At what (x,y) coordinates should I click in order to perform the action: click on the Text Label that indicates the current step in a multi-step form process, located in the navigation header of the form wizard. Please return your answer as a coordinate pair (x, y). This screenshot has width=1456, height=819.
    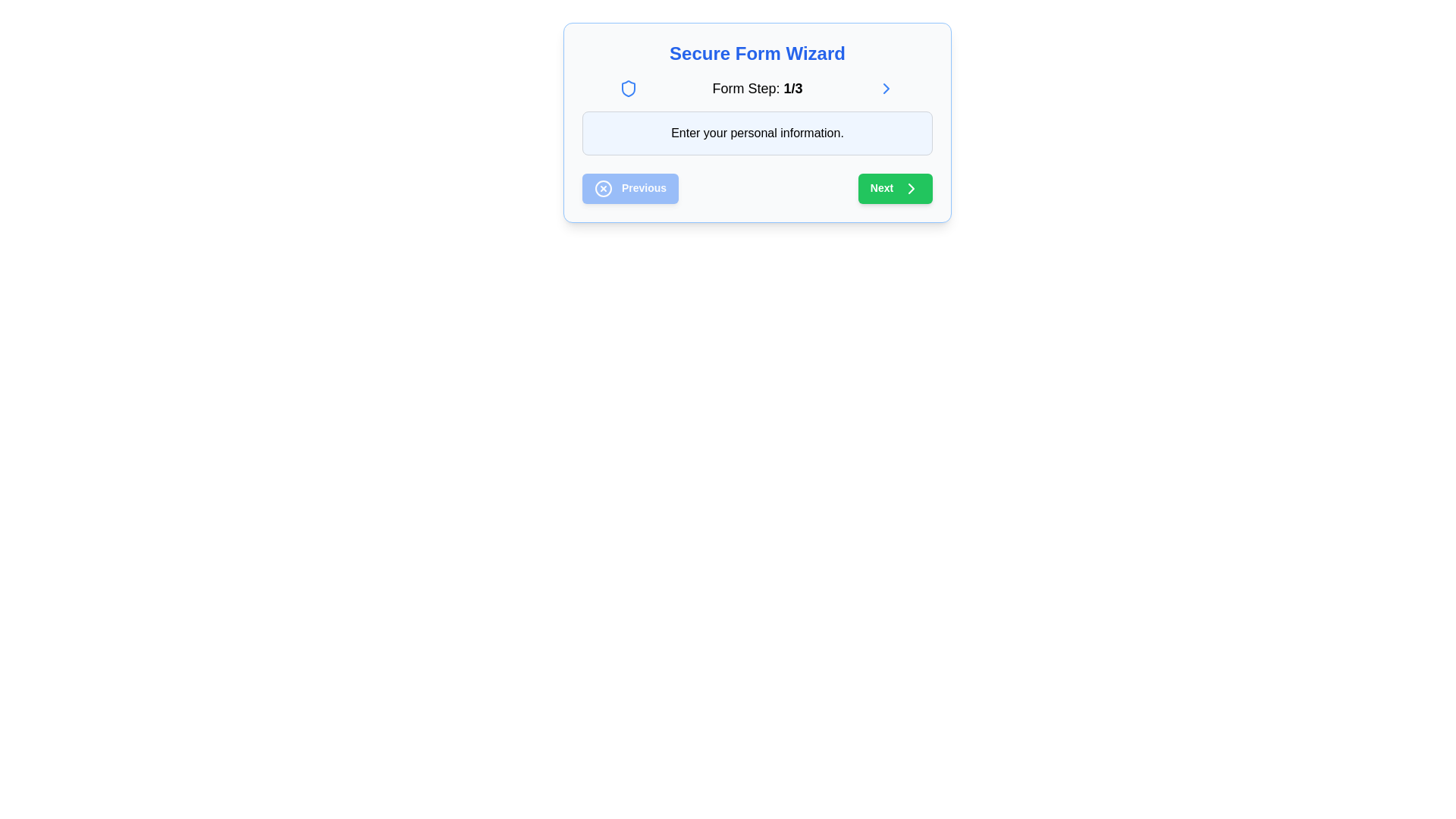
    Looking at the image, I should click on (757, 88).